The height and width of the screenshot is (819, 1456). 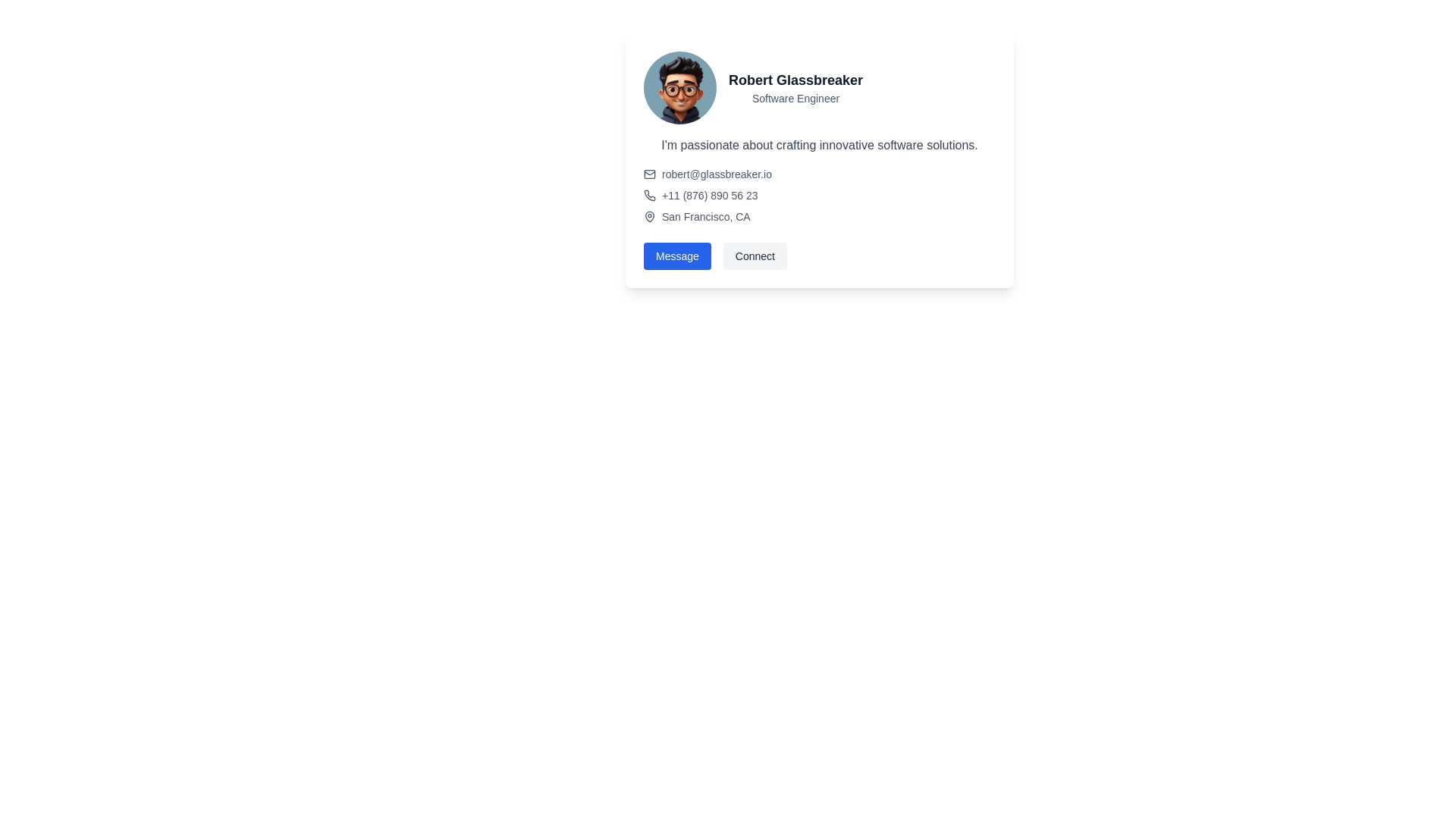 I want to click on the Decorative UI icon element, which is a rounded rectangle styled with a solid outline and positioned within an envelope icon to the left of the email address 'robert@glassbreaker.io', so click(x=650, y=174).